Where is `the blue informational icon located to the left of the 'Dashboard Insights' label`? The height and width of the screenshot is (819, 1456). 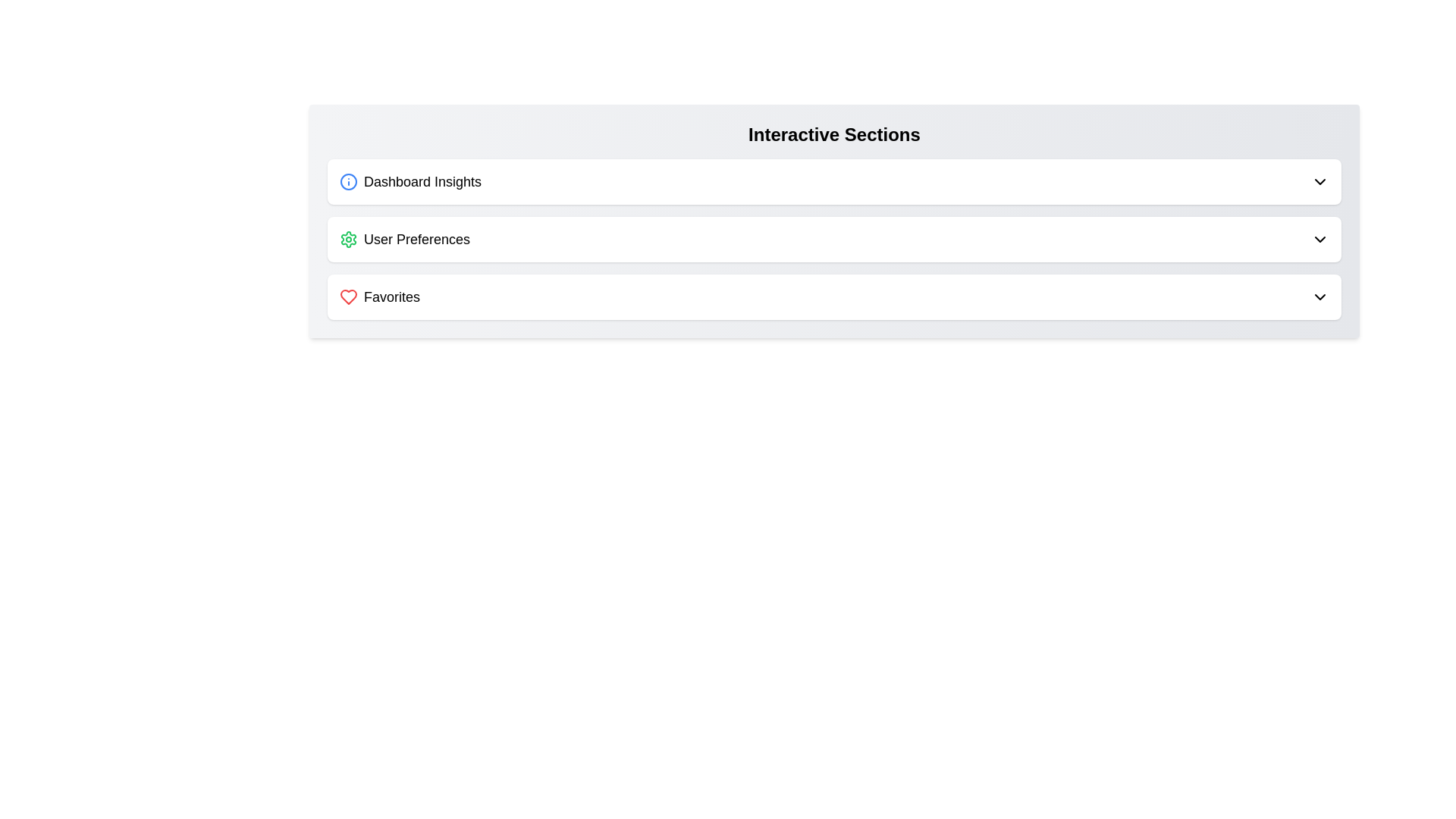
the blue informational icon located to the left of the 'Dashboard Insights' label is located at coordinates (348, 180).